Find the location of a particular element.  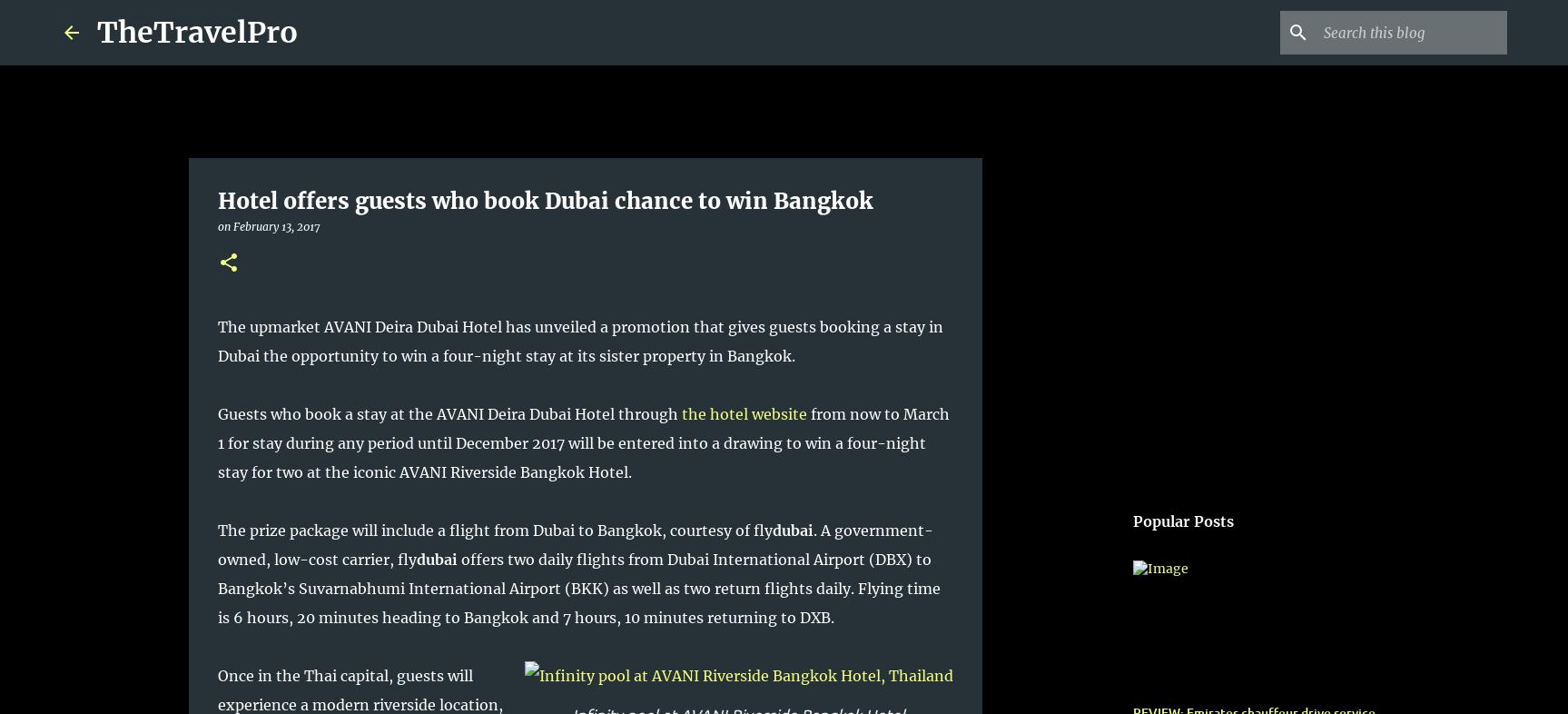

'TheTravelPro' is located at coordinates (197, 31).